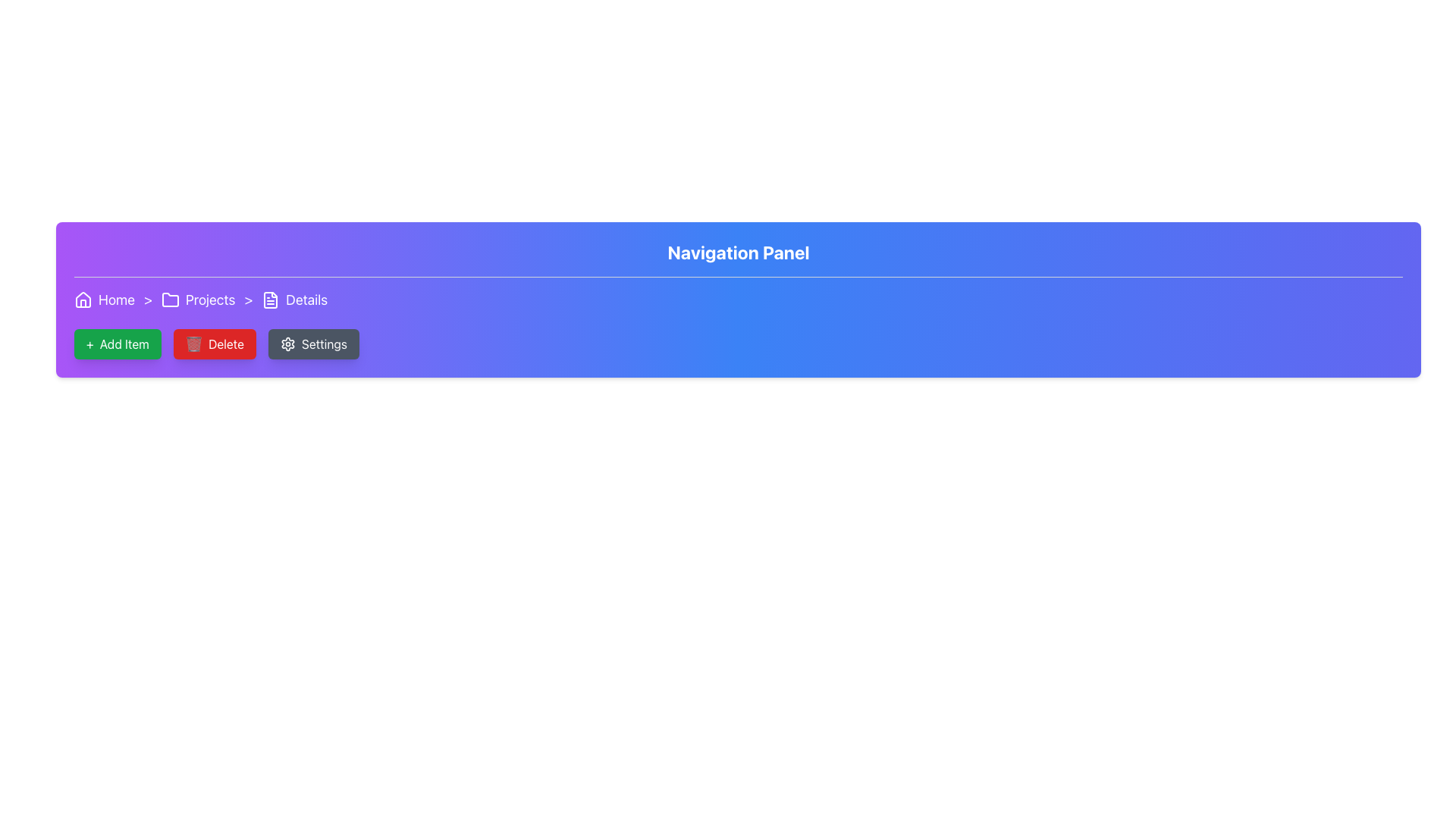  Describe the element at coordinates (148, 300) in the screenshot. I see `the rightward-facing arrow symbol '>' in the breadcrumb navigation, positioned between 'Home' and 'Projects', which is displayed in white on a vibrant gradient background` at that location.